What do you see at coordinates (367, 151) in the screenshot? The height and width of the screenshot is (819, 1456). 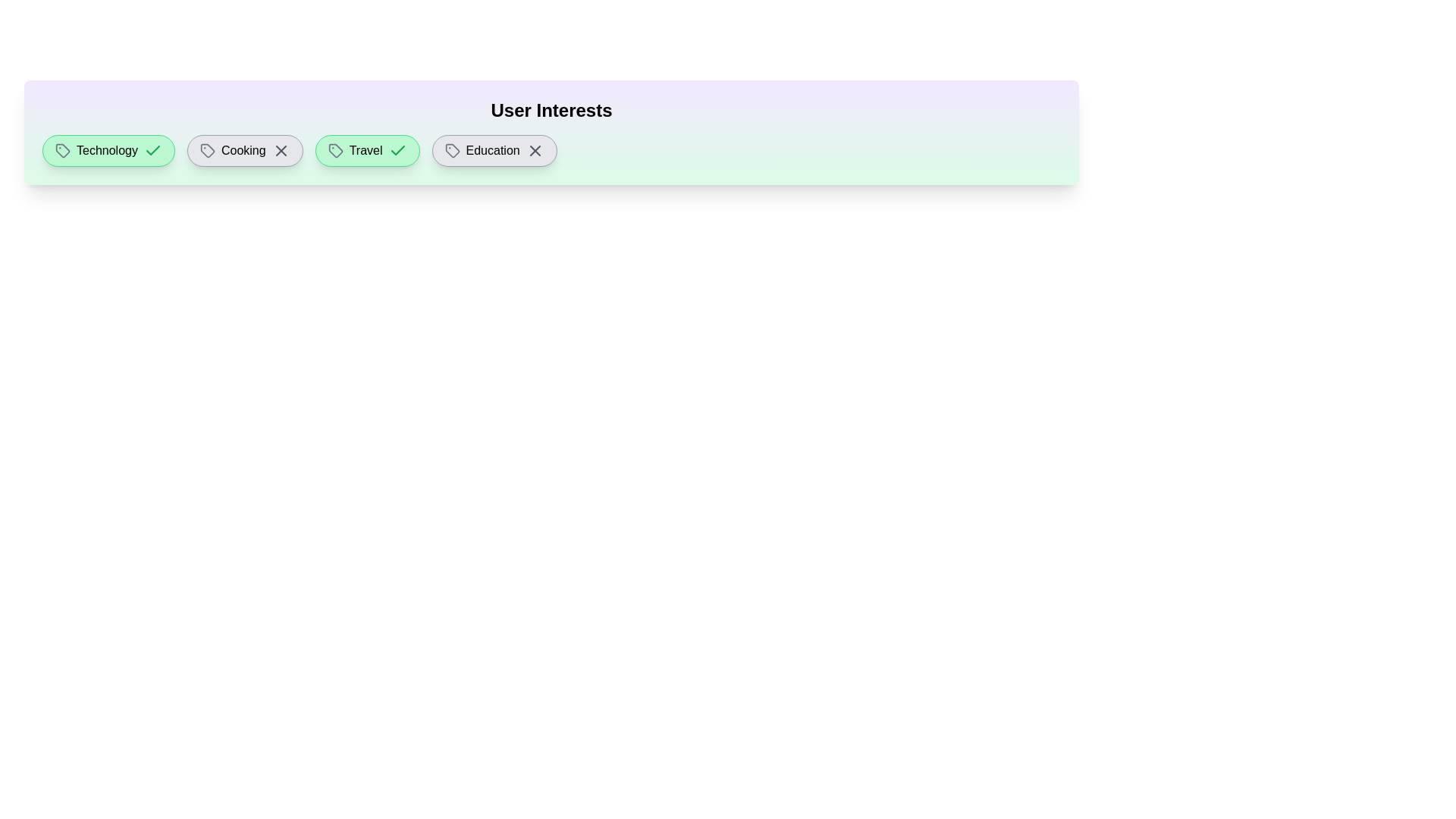 I see `the interest tag labeled Travel` at bounding box center [367, 151].